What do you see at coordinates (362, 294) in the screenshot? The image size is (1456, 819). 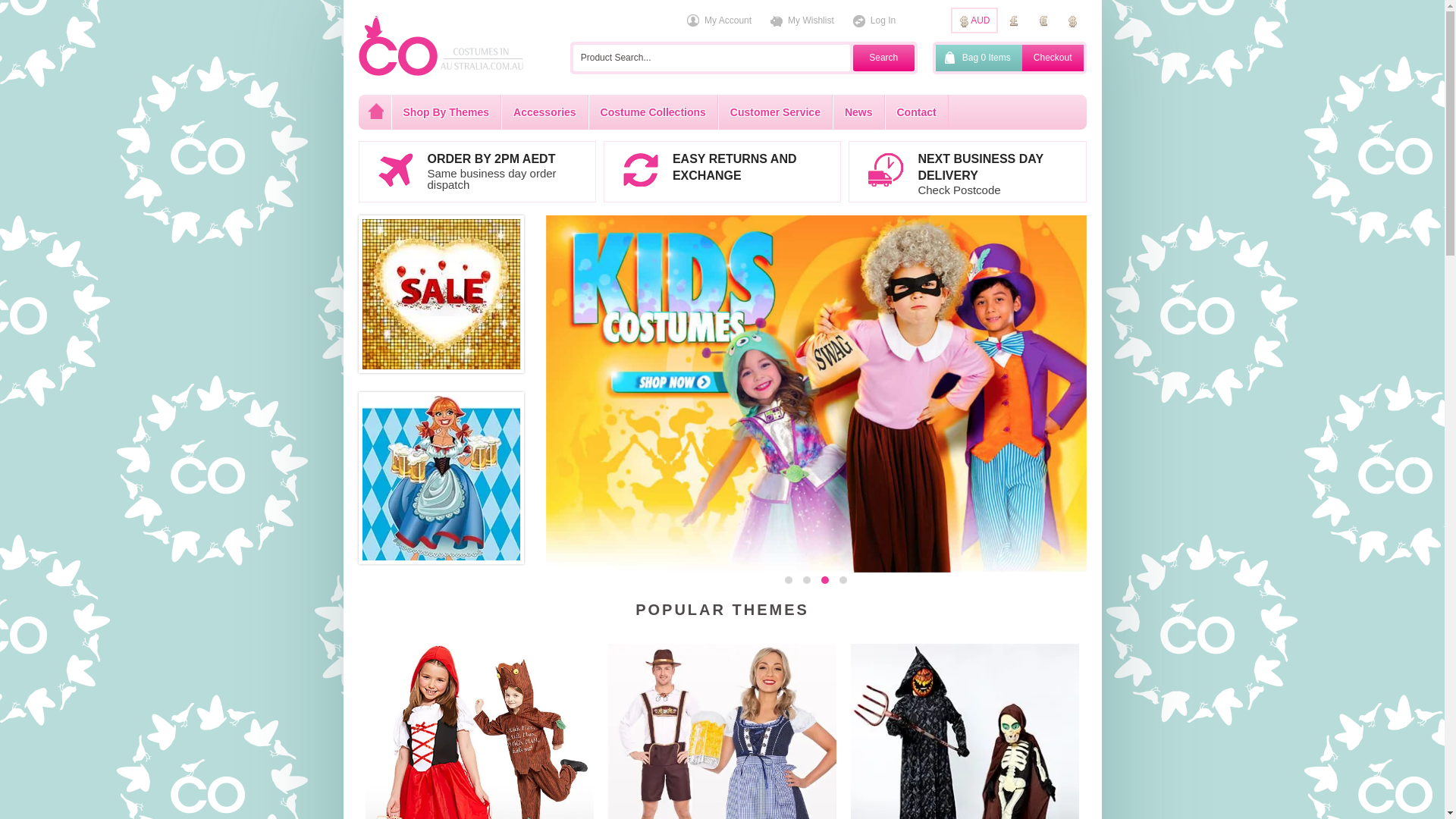 I see `'Sale'` at bounding box center [362, 294].